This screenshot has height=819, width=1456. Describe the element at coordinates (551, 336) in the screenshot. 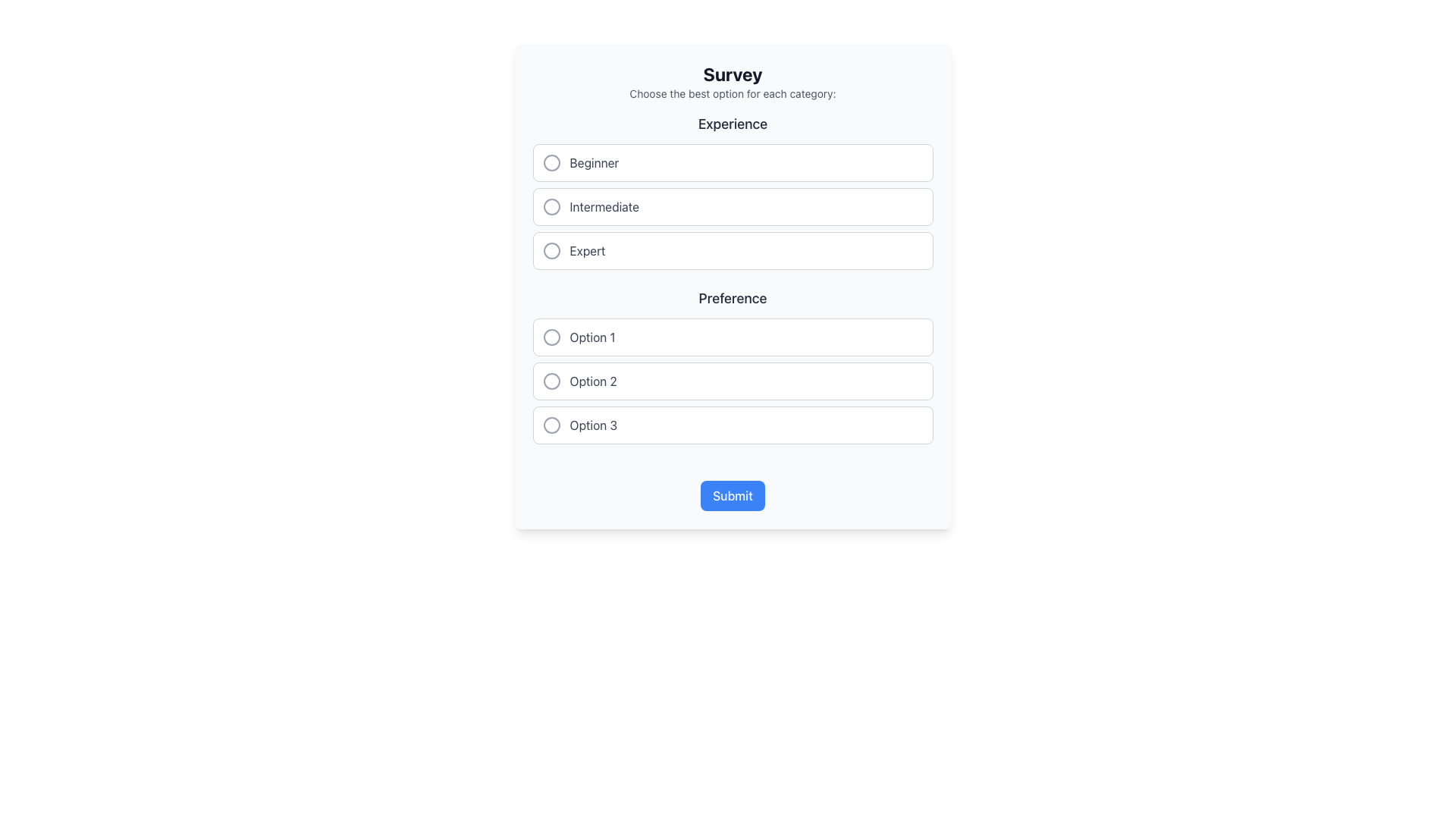

I see `the circular Radio Button Indicator adjacent to the text label 'Option 1'` at that location.